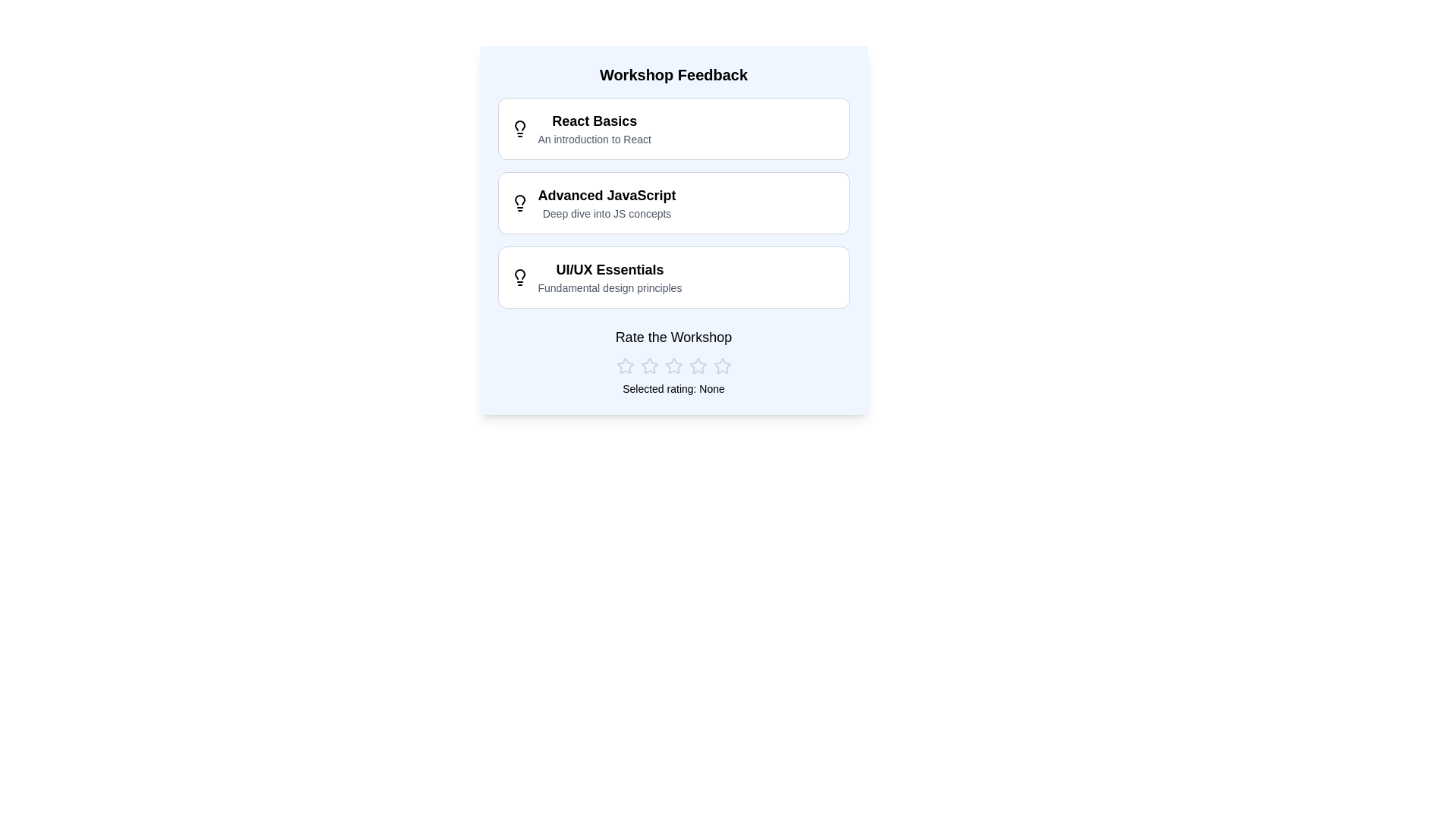 Image resolution: width=1456 pixels, height=819 pixels. Describe the element at coordinates (594, 120) in the screenshot. I see `the 'React Basics' text label which is bold and larger than regular text, located at the top of a list of workshop titles` at that location.